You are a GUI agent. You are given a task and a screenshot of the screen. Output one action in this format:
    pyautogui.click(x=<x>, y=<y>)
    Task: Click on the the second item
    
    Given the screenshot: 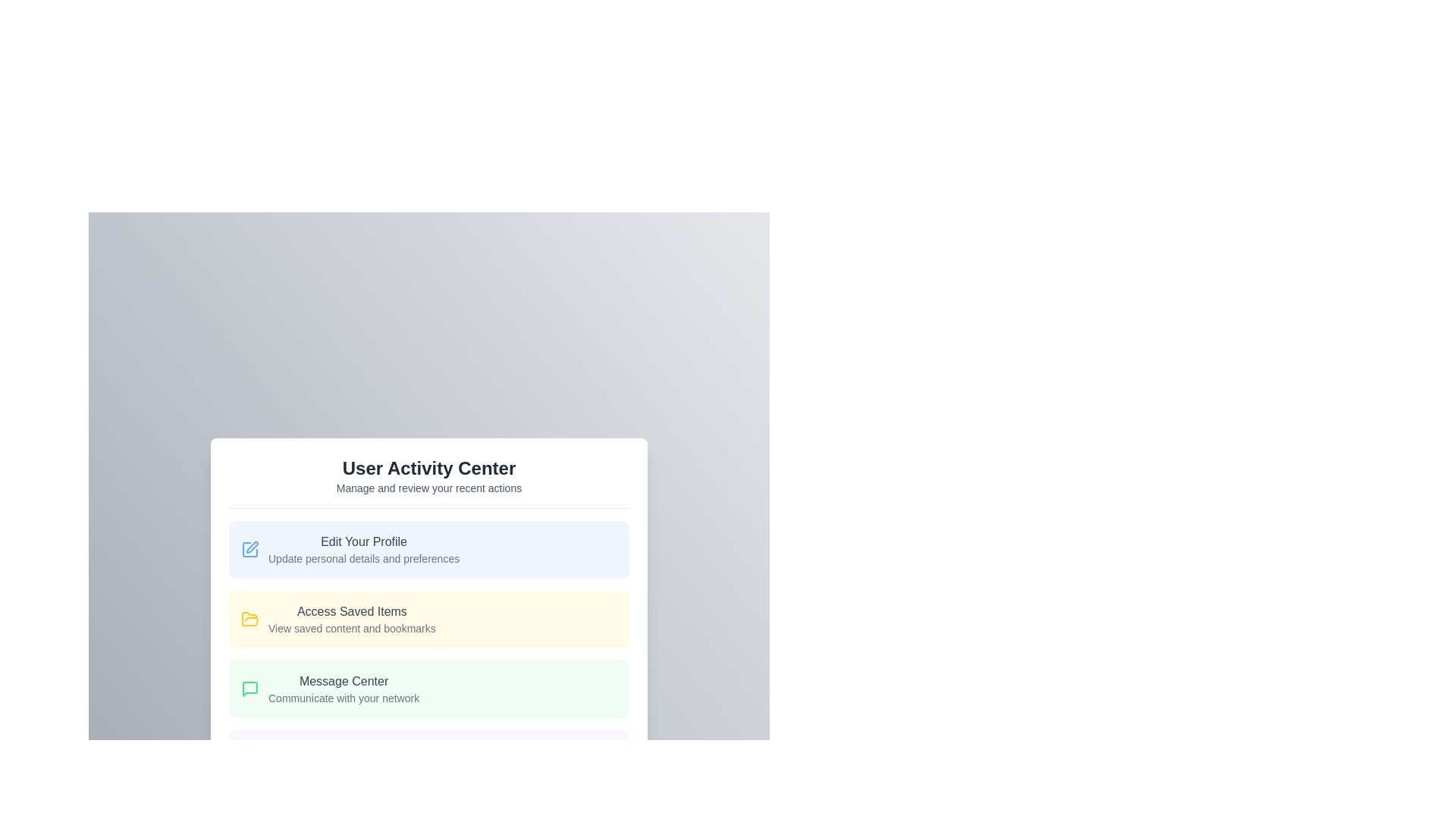 What is the action you would take?
    pyautogui.click(x=428, y=619)
    